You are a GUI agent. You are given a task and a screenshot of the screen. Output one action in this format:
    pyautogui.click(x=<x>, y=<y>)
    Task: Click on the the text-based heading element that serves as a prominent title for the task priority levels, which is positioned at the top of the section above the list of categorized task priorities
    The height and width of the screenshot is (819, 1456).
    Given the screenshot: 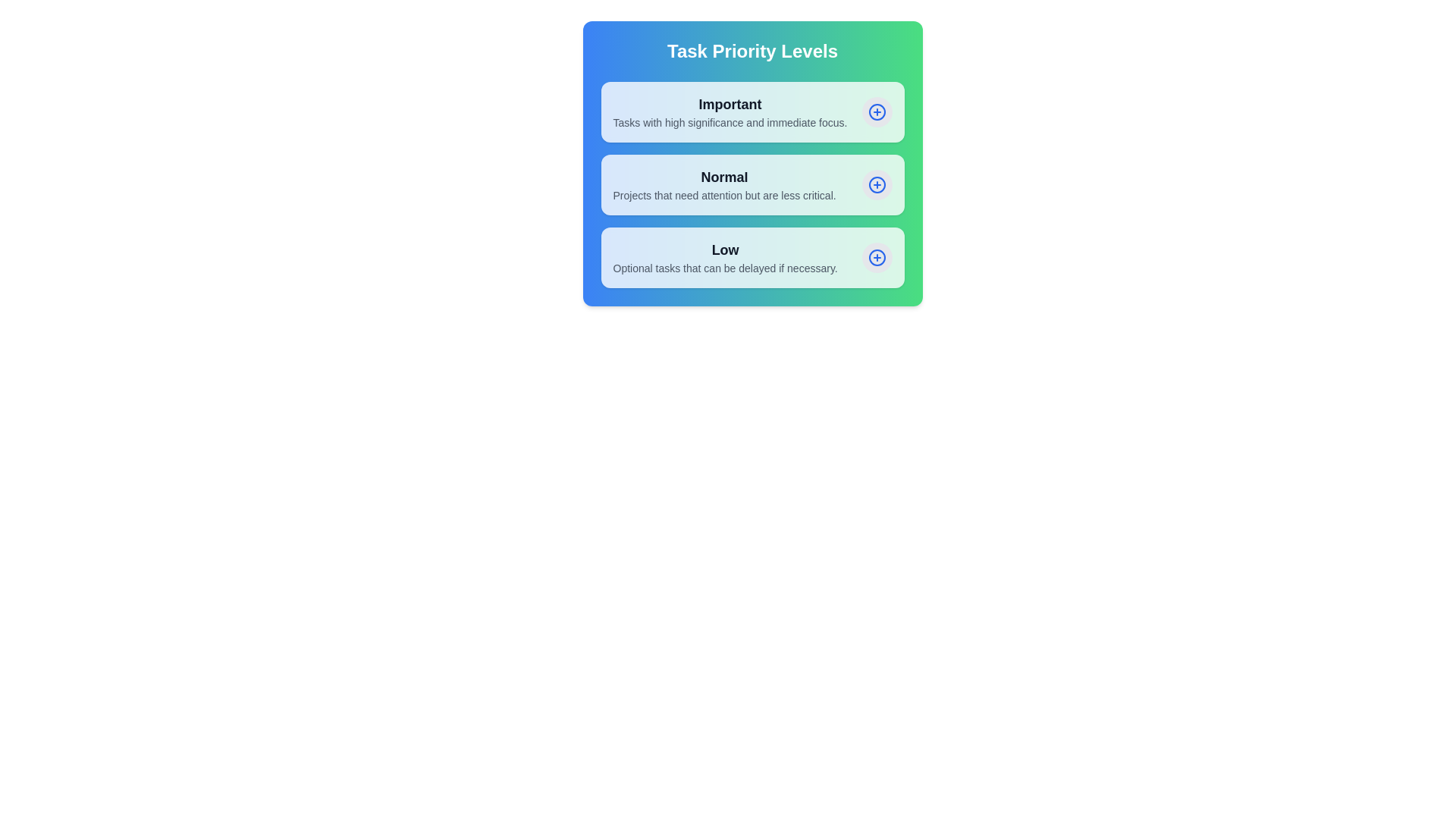 What is the action you would take?
    pyautogui.click(x=752, y=51)
    